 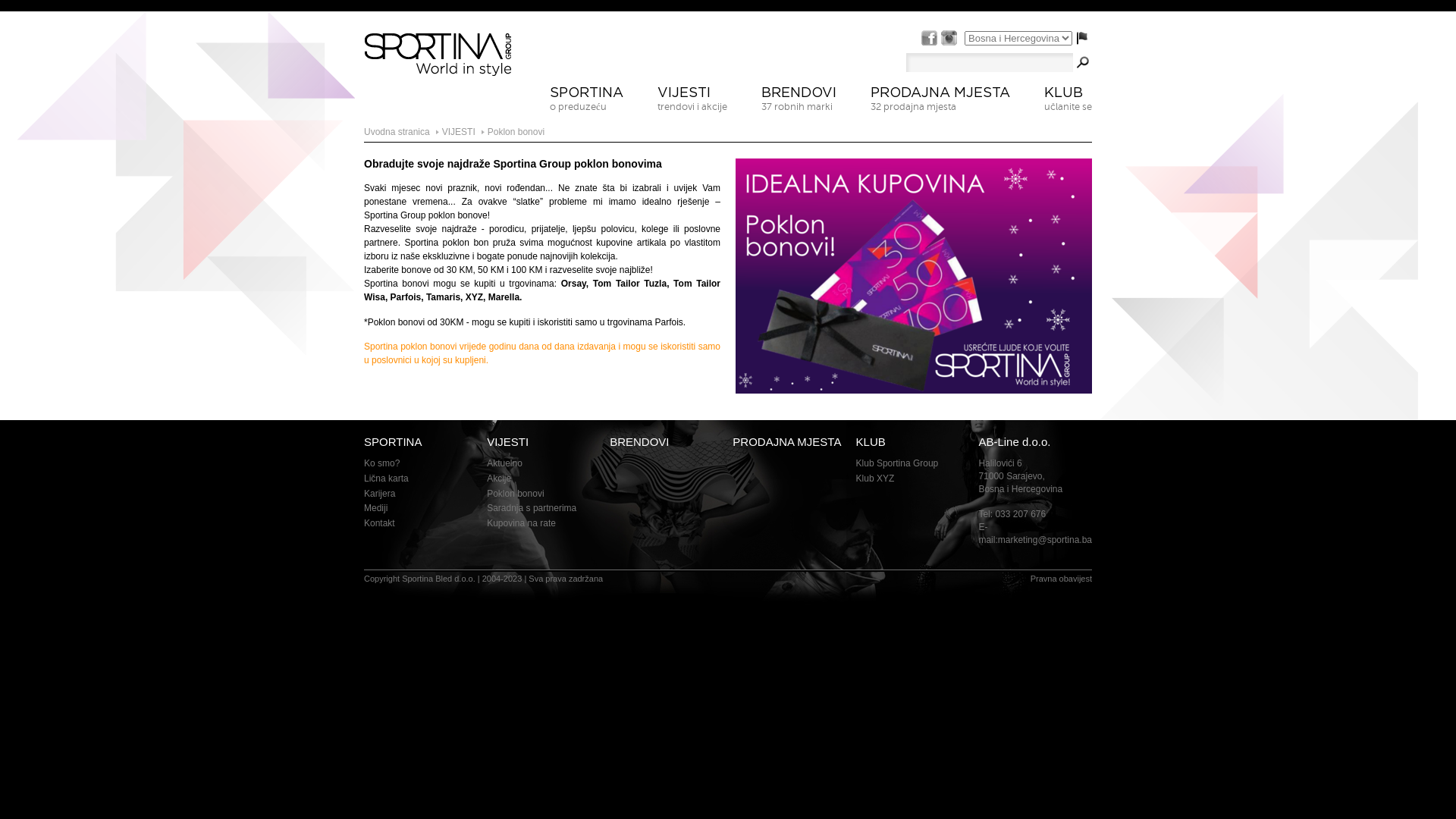 I want to click on 'Klub XYZ', so click(x=875, y=479).